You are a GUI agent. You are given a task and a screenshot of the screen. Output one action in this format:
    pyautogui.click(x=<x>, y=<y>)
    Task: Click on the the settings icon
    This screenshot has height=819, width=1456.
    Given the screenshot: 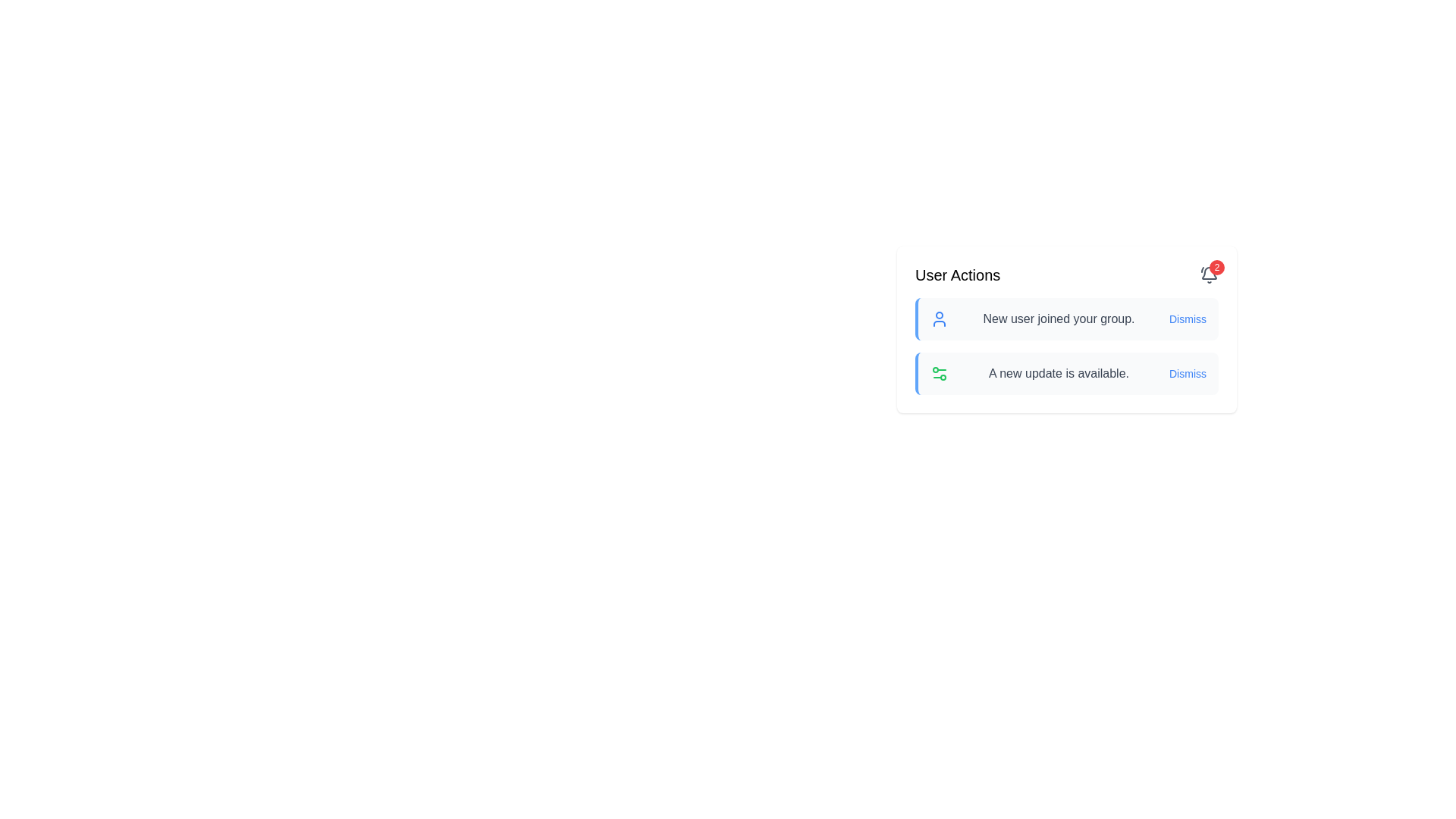 What is the action you would take?
    pyautogui.click(x=938, y=374)
    